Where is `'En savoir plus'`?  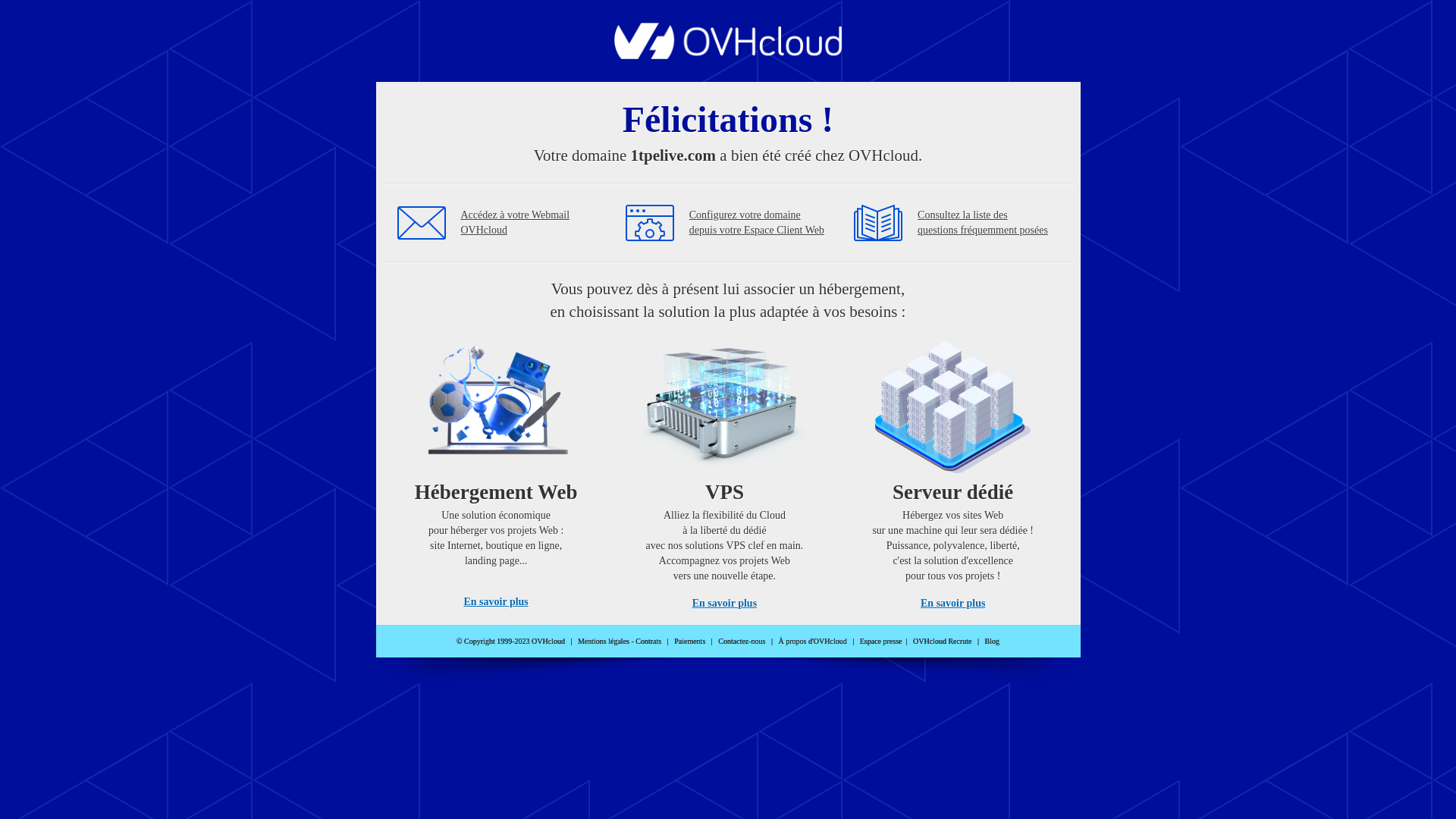
'En savoir plus' is located at coordinates (723, 602).